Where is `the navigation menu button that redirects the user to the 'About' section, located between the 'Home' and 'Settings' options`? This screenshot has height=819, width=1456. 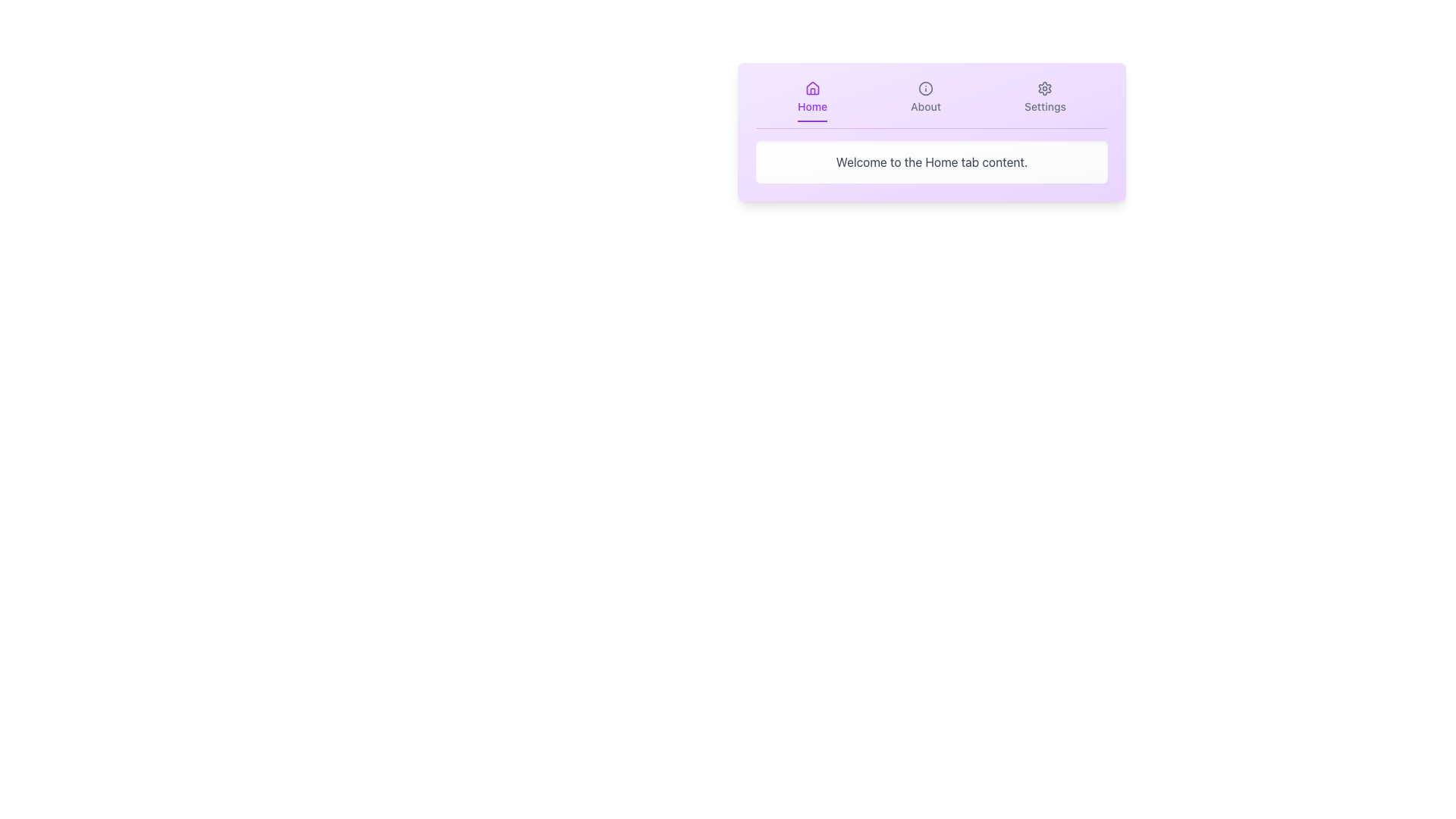
the navigation menu button that redirects the user to the 'About' section, located between the 'Home' and 'Settings' options is located at coordinates (924, 102).